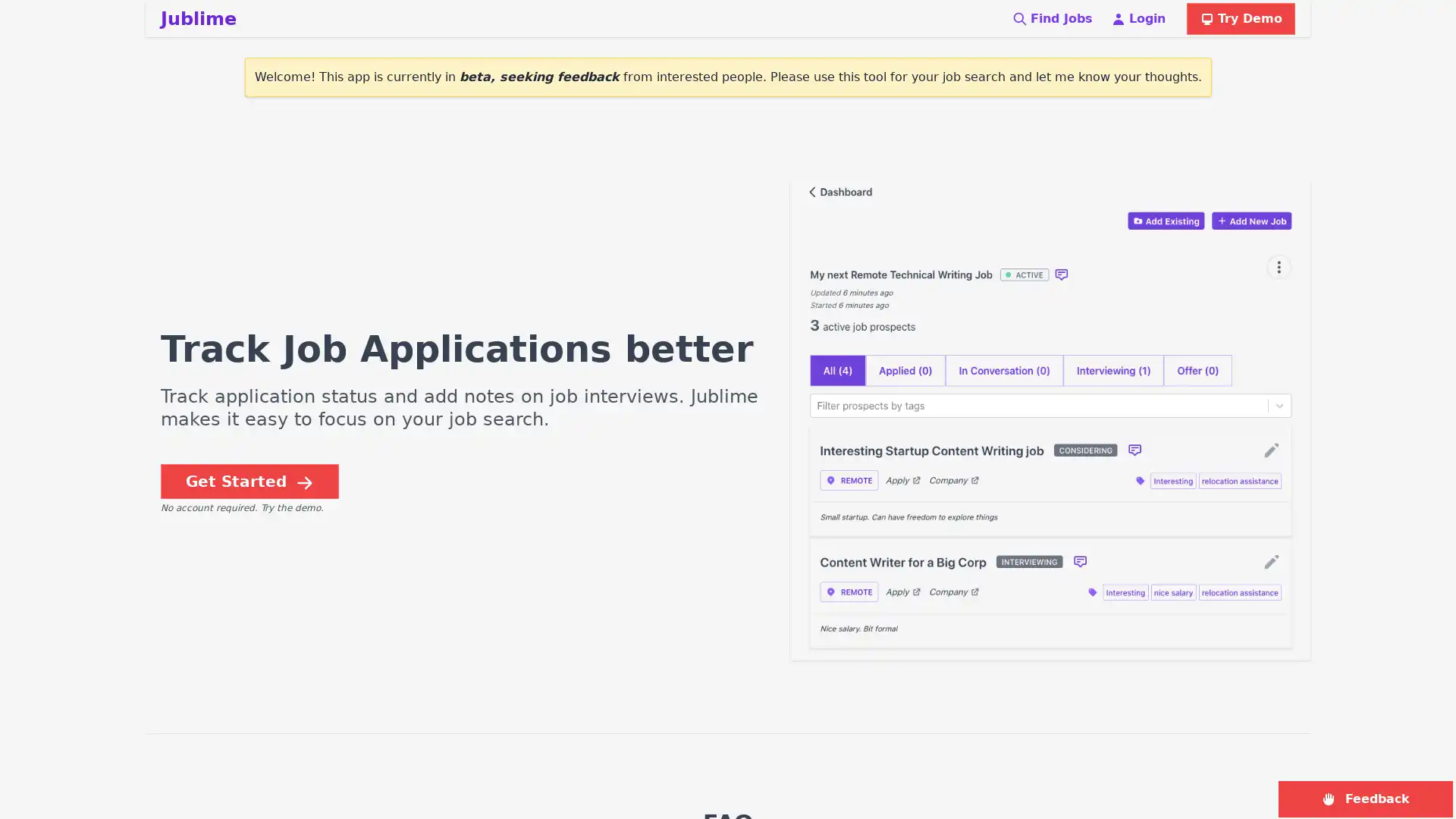  I want to click on Login, so click(1138, 18).